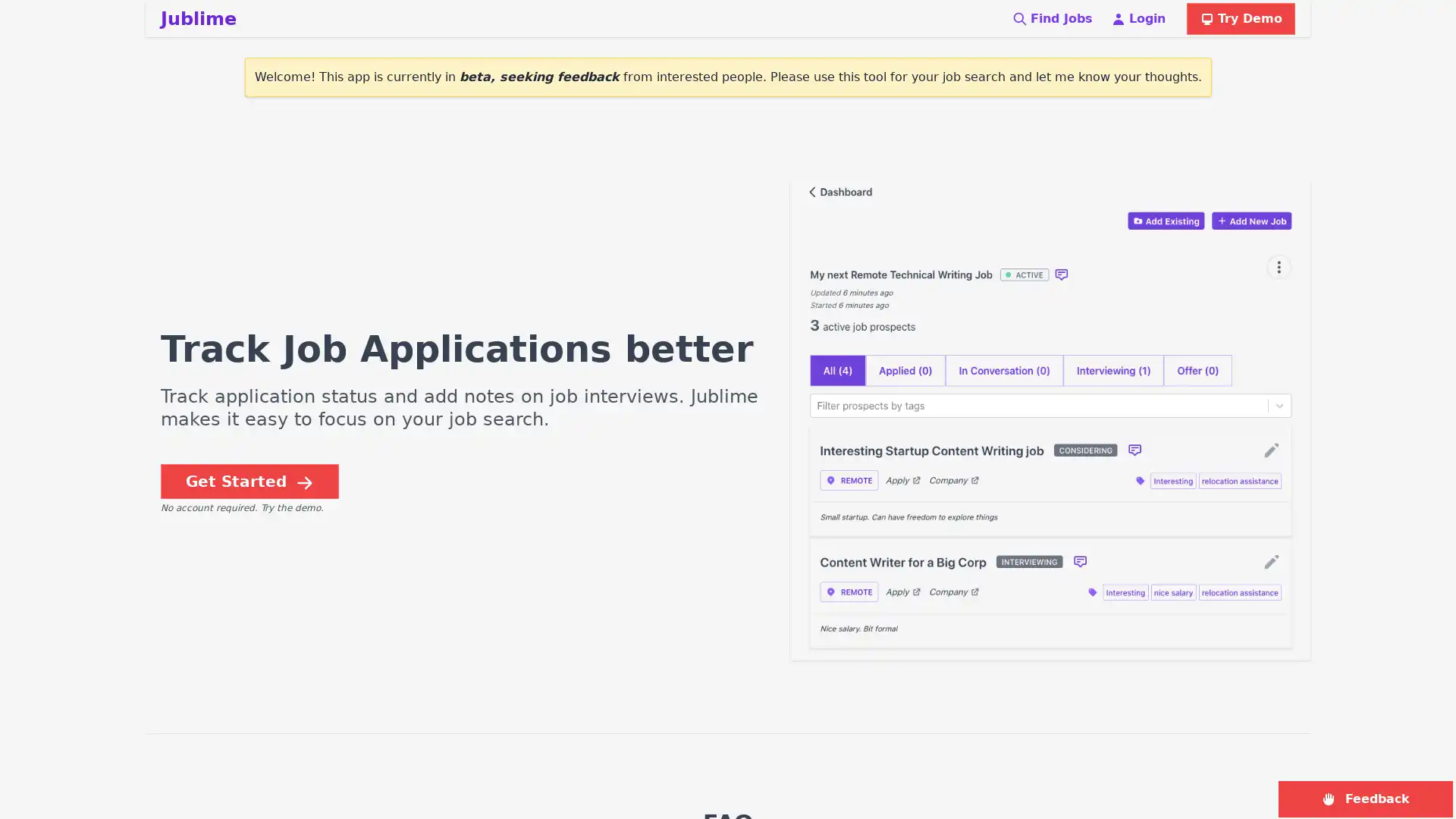  I want to click on Login, so click(1138, 18).